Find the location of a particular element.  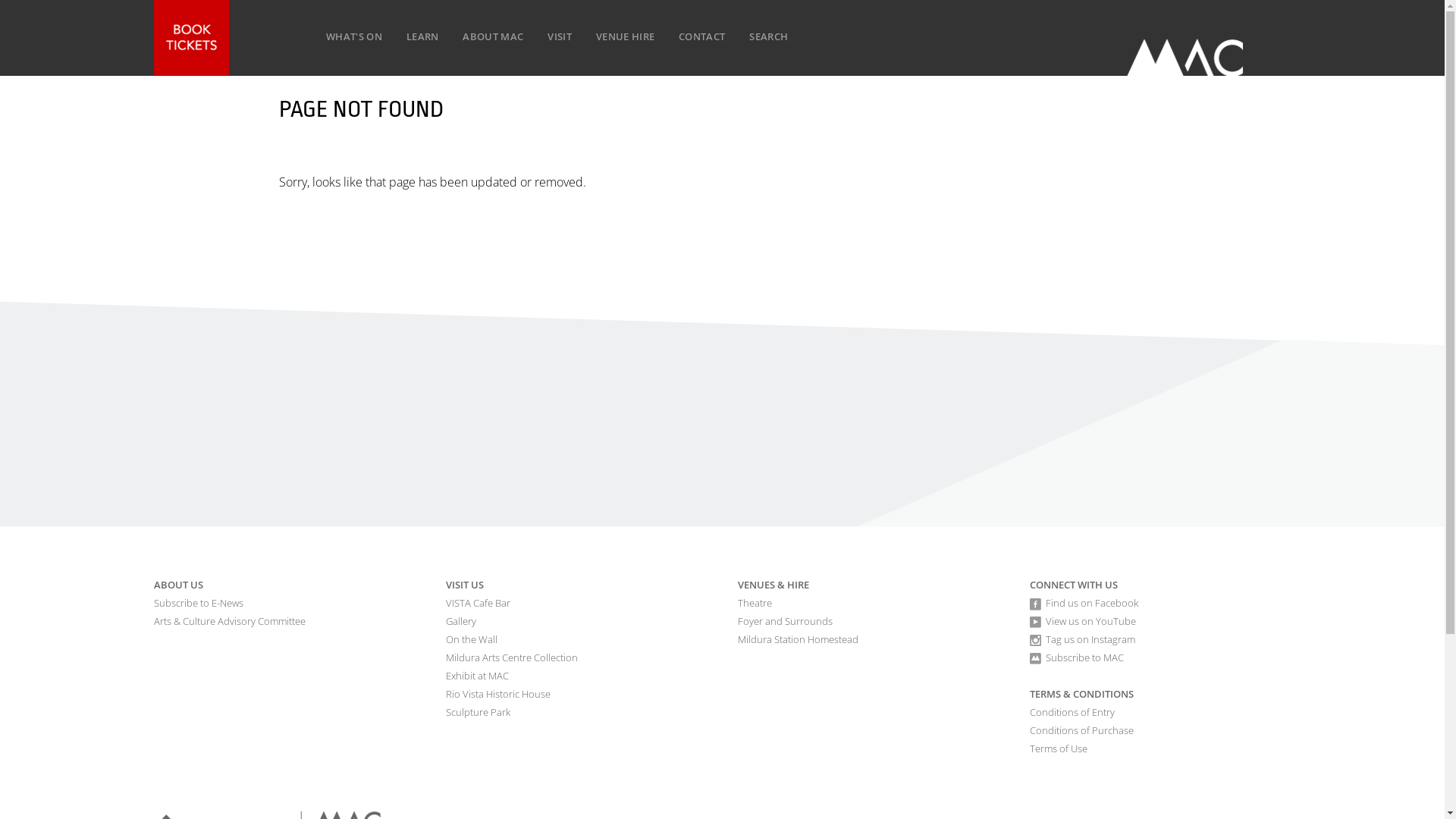

'VISIT US' is located at coordinates (464, 584).